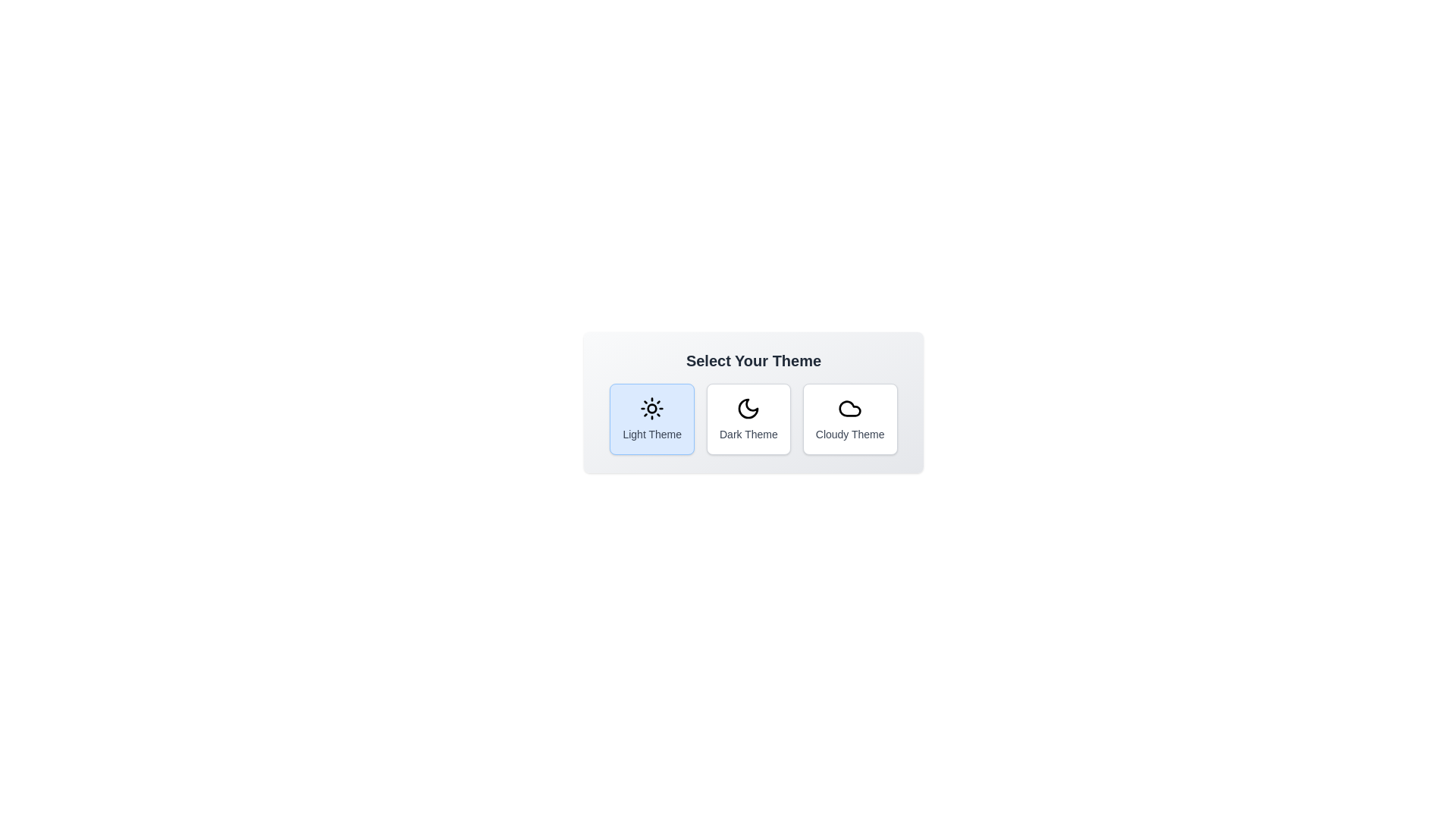  Describe the element at coordinates (850, 408) in the screenshot. I see `the interior part of the cloud icon that is aligned with the 'Cloudy Theme' label located in the middle-bottom of the interface` at that location.